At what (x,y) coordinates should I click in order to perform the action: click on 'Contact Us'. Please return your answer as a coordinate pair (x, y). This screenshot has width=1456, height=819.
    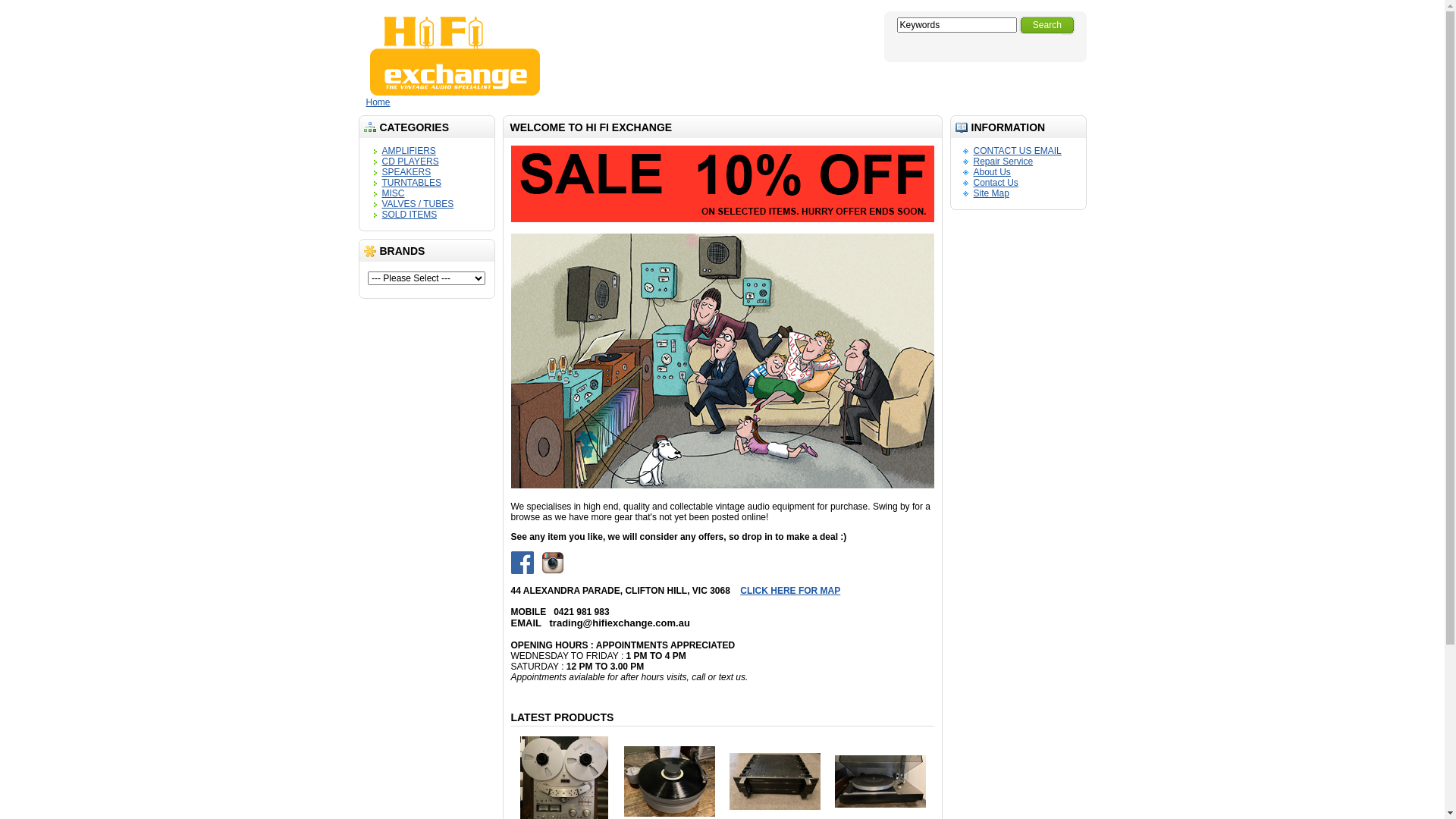
    Looking at the image, I should click on (996, 181).